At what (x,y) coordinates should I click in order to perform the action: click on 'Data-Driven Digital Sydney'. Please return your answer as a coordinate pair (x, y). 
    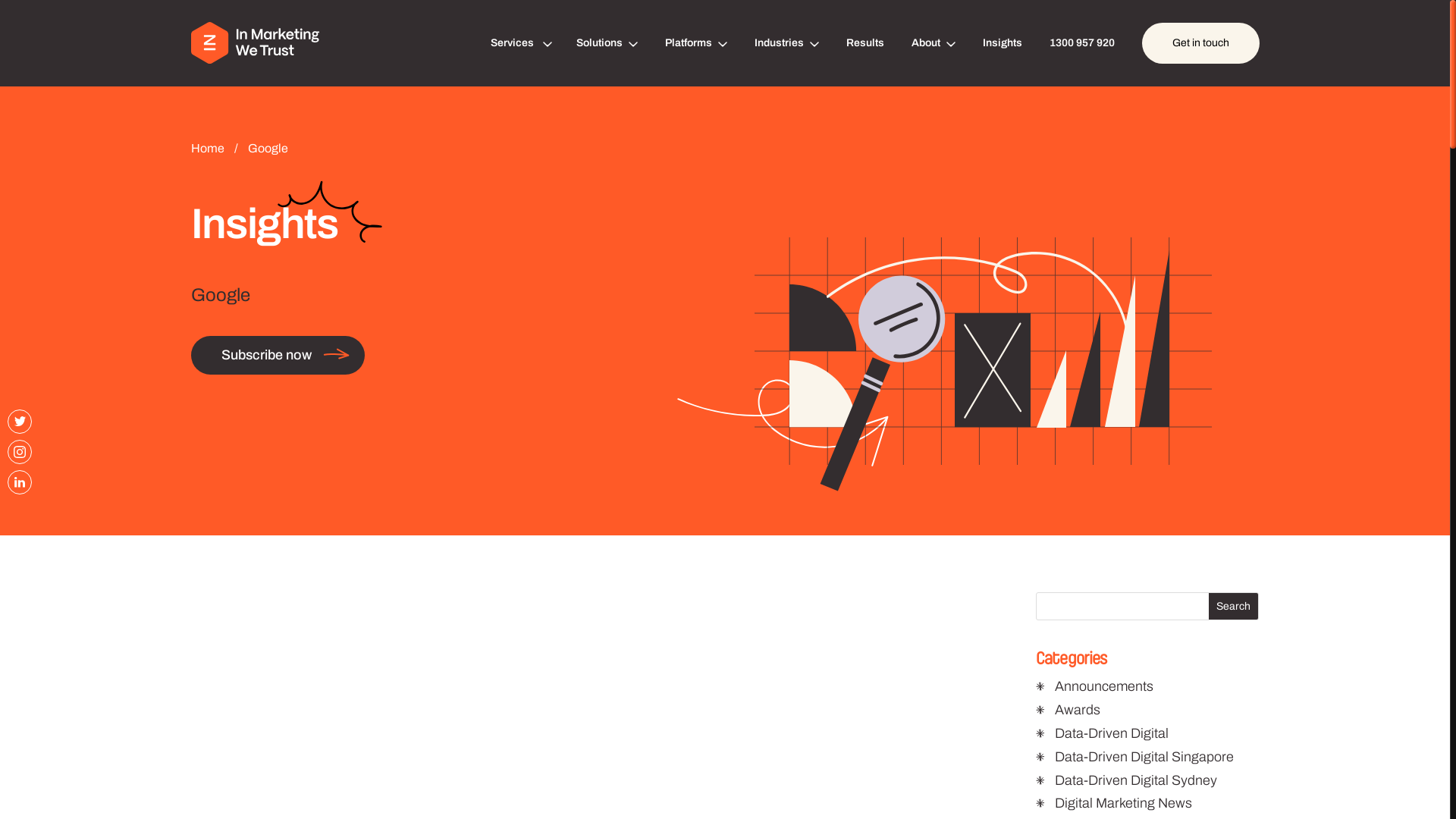
    Looking at the image, I should click on (1054, 780).